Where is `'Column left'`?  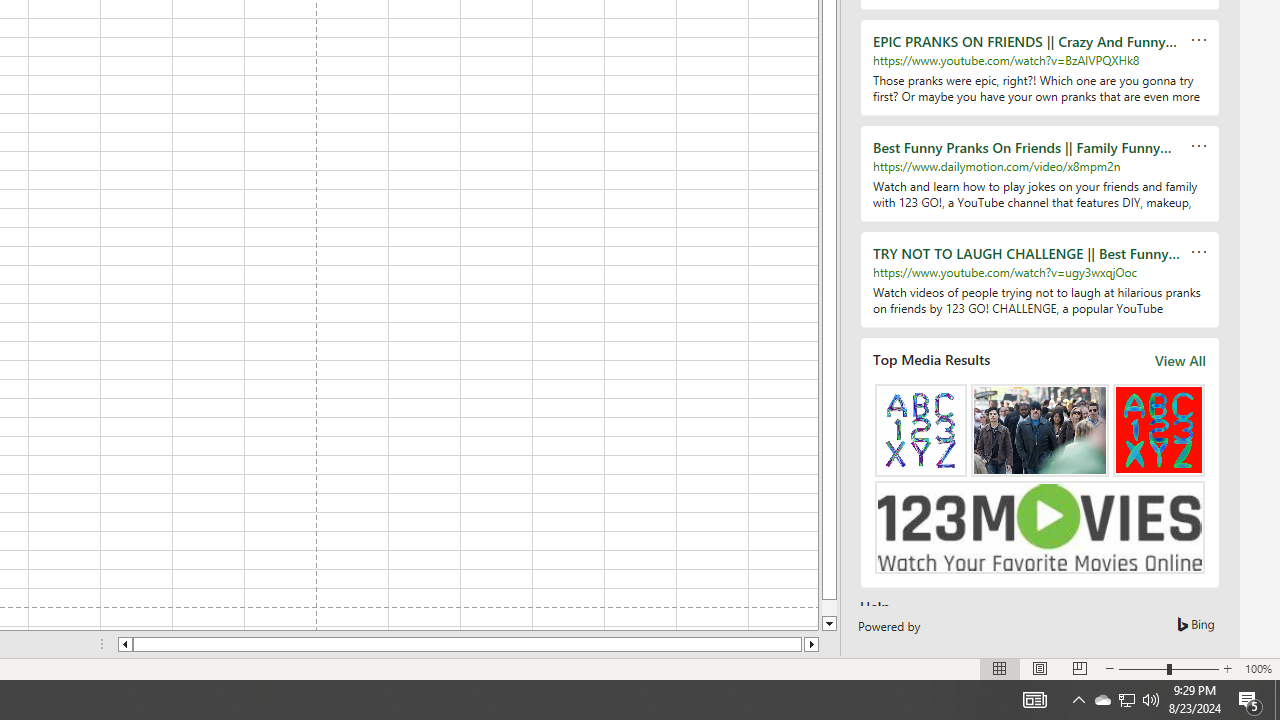 'Column left' is located at coordinates (123, 644).